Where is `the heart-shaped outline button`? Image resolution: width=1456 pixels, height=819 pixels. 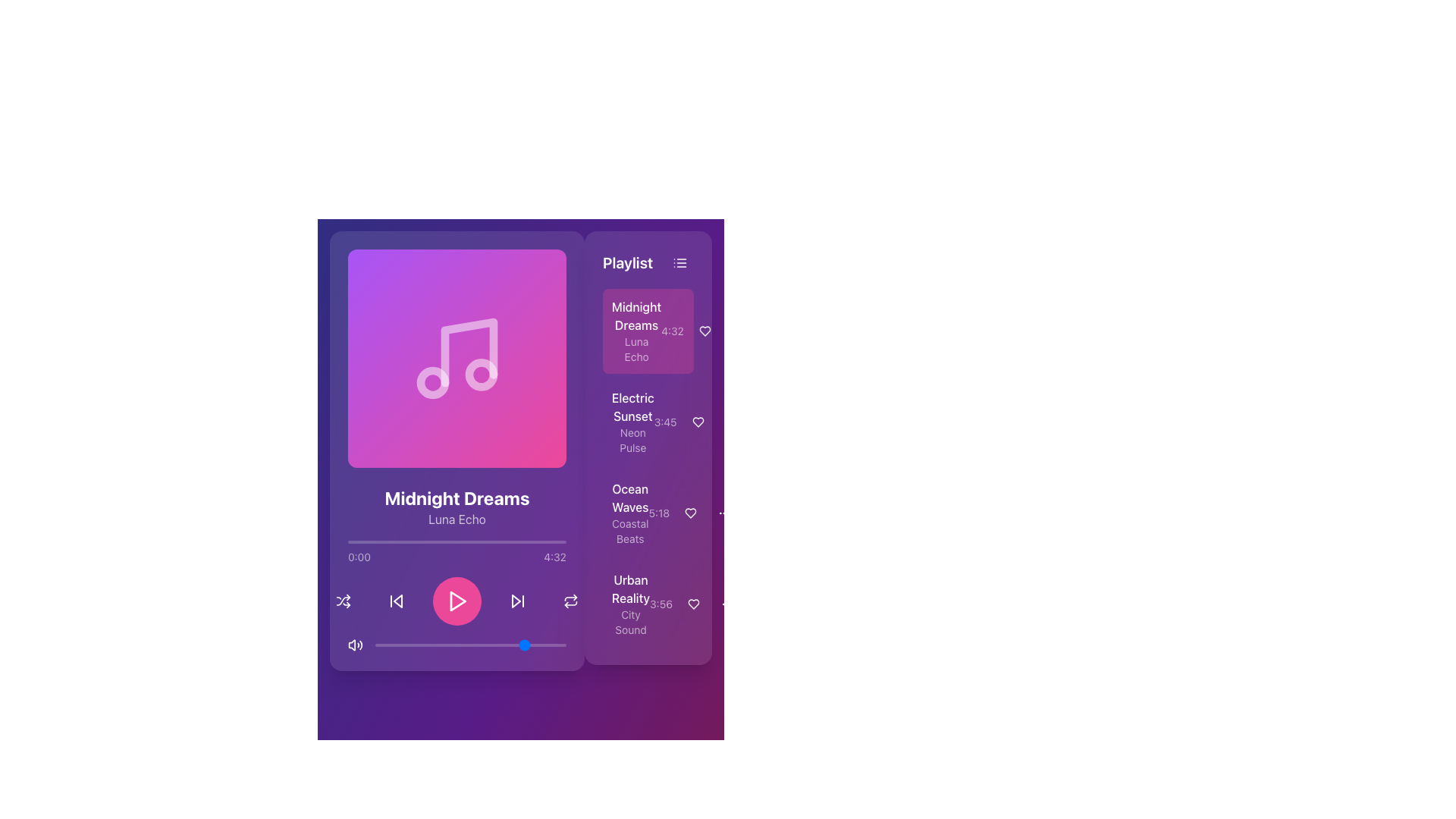 the heart-shaped outline button is located at coordinates (698, 422).